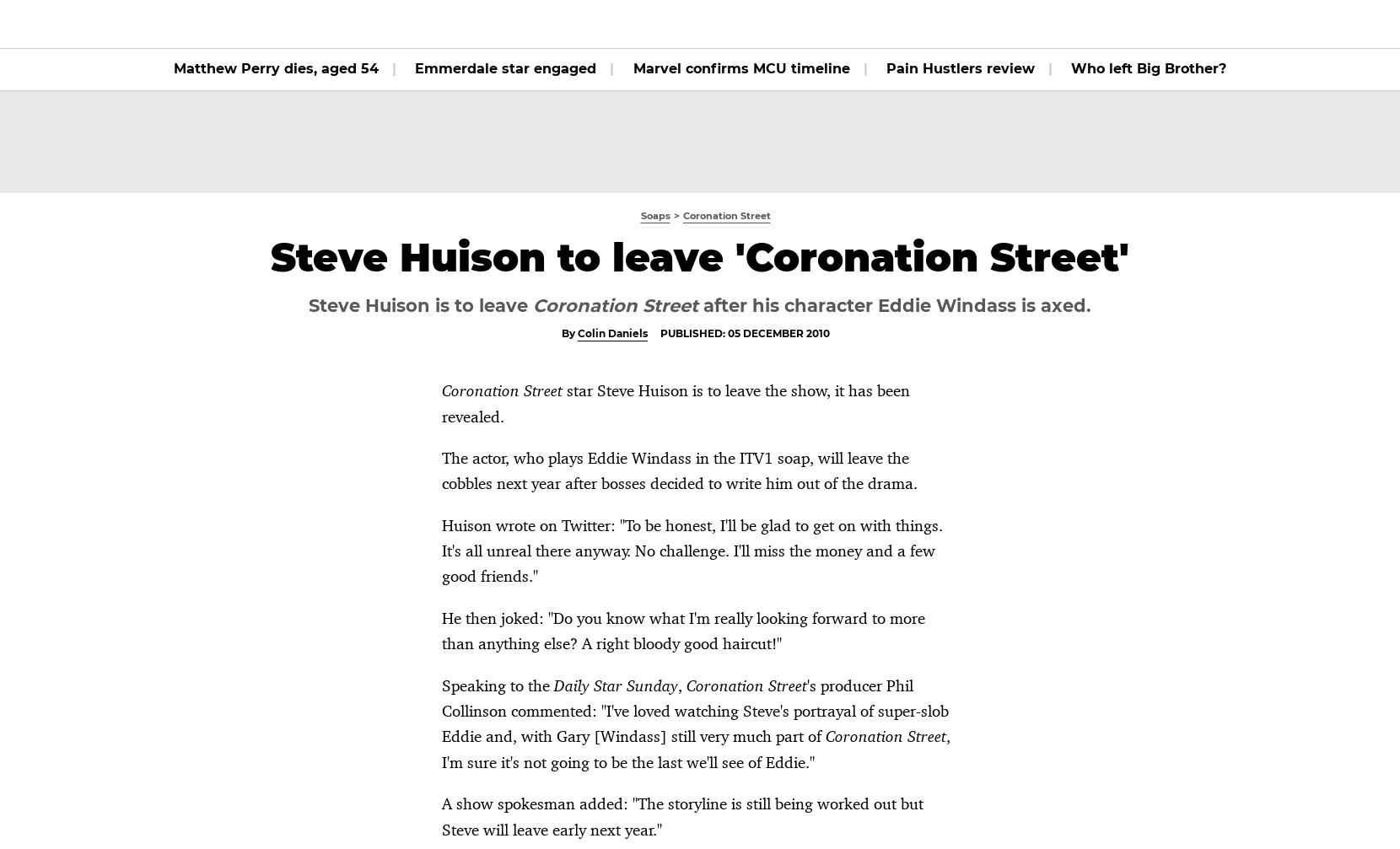 The height and width of the screenshot is (849, 1400). What do you see at coordinates (616, 24) in the screenshot?
I see `'News'` at bounding box center [616, 24].